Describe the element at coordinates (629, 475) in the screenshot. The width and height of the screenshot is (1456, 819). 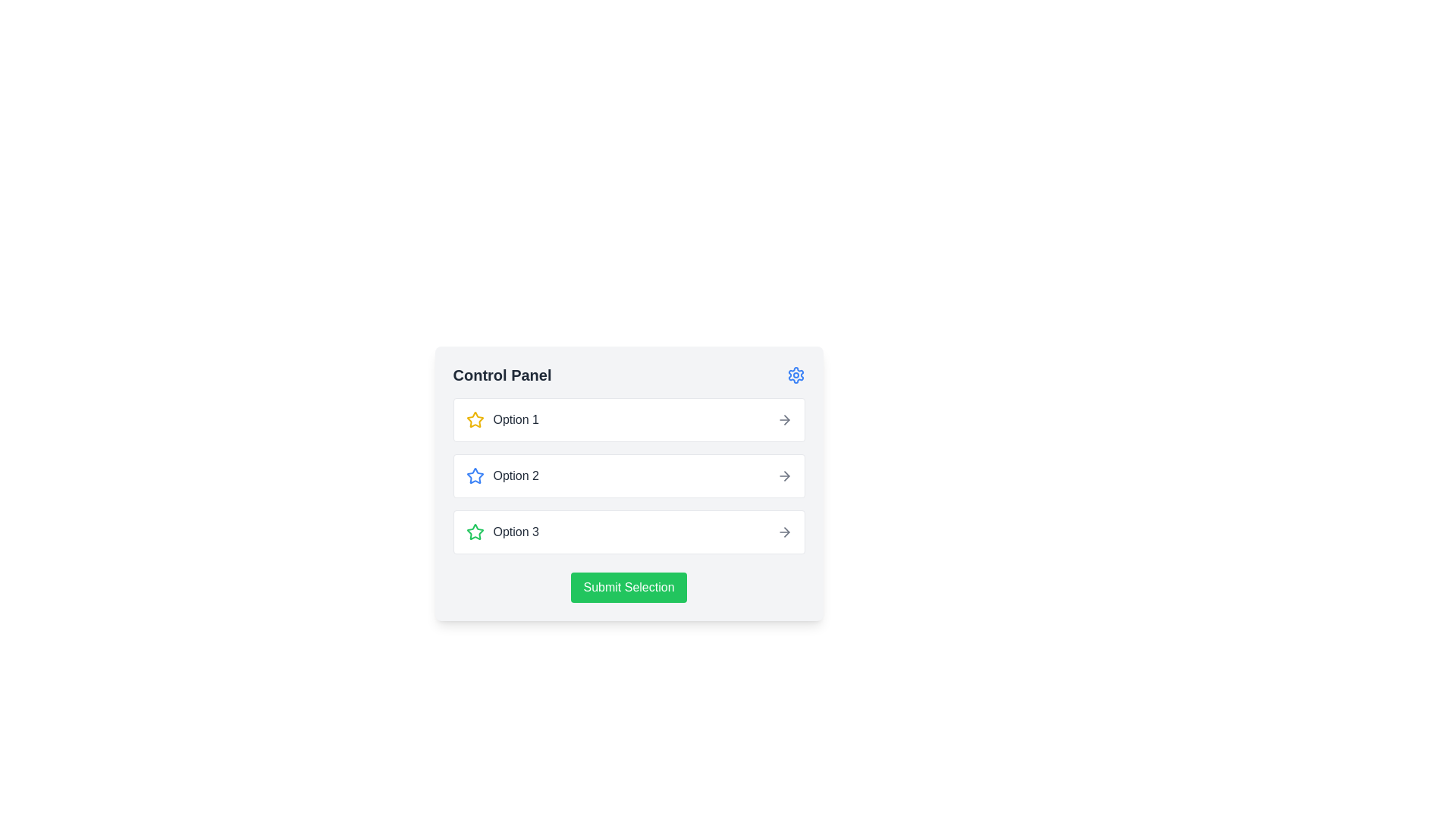
I see `an option in the selectable list component located in the 'Control Panel' section` at that location.